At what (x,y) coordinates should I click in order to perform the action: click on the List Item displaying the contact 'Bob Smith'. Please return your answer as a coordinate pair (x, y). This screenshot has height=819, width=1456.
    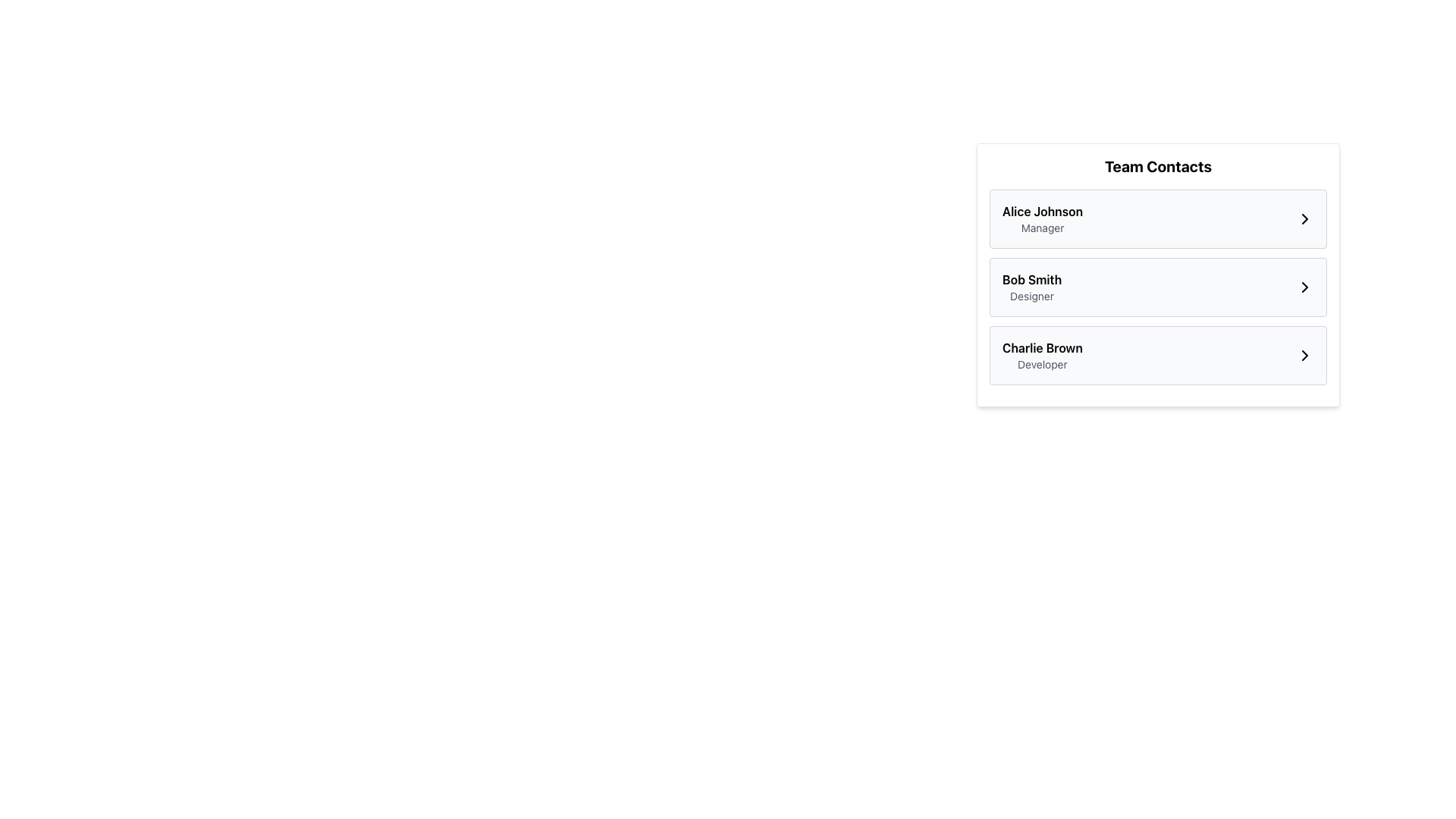
    Looking at the image, I should click on (1157, 287).